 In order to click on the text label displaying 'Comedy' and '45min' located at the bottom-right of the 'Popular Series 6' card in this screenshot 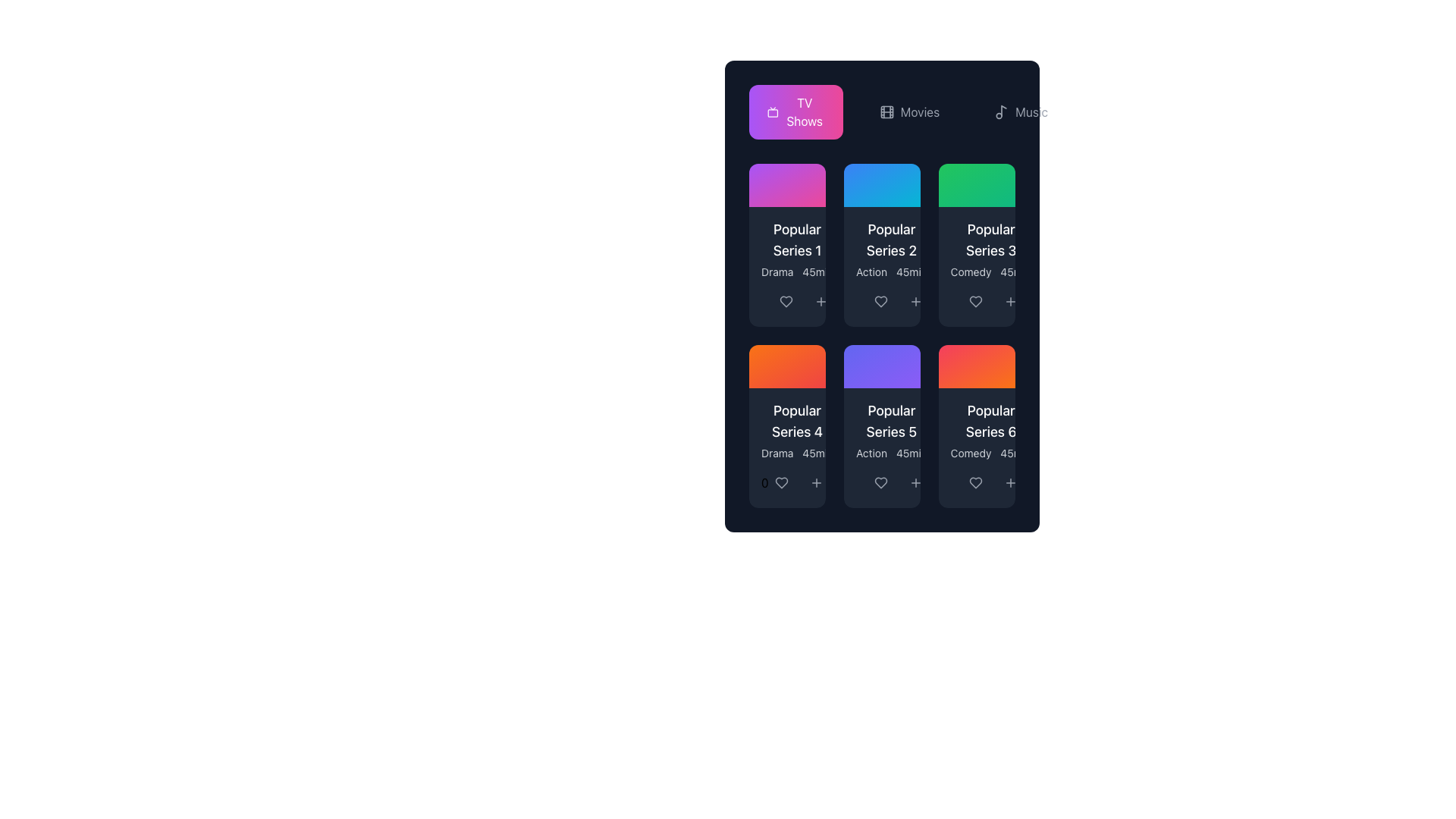, I will do `click(991, 452)`.